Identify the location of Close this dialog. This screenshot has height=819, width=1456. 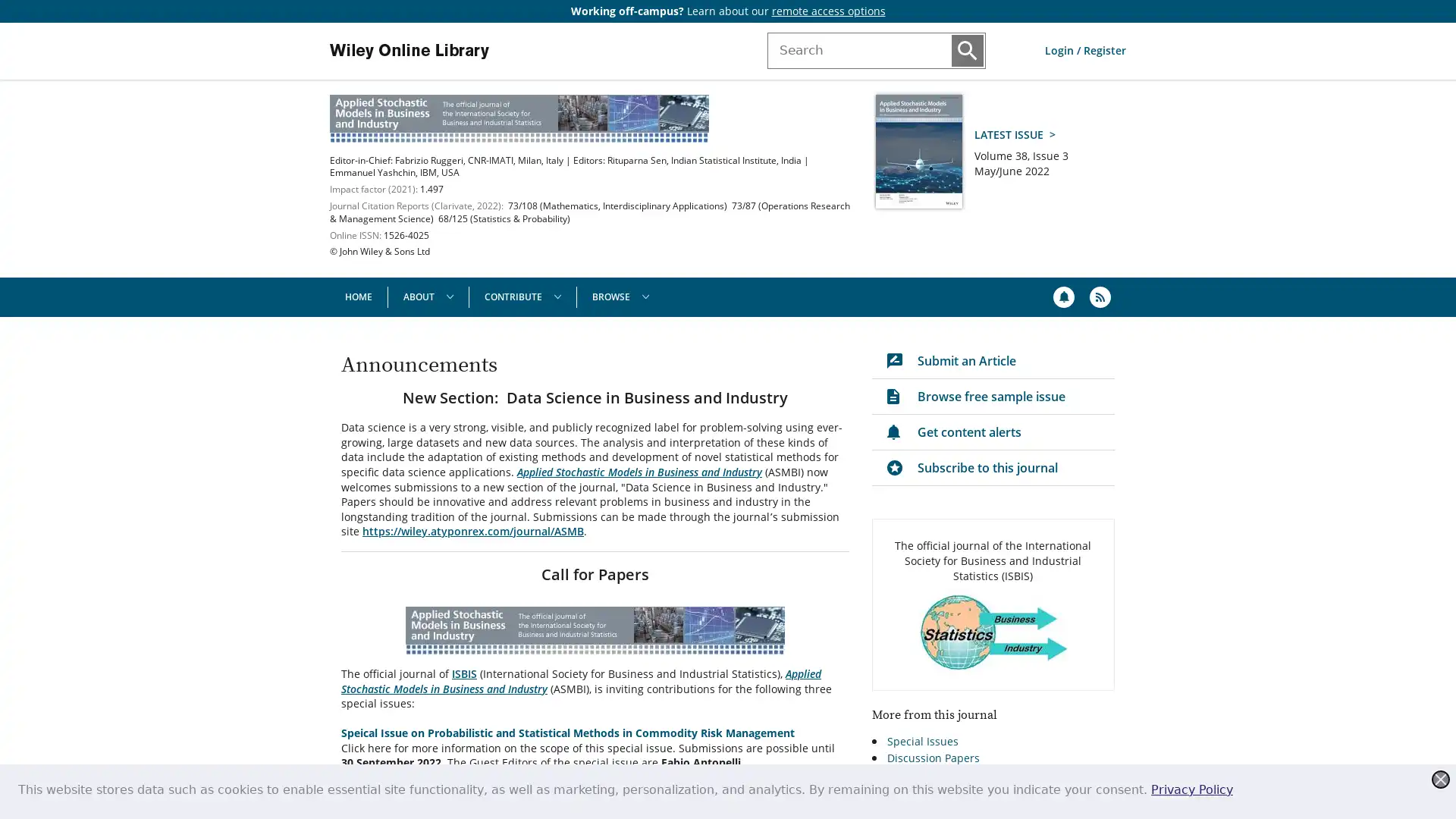
(1440, 780).